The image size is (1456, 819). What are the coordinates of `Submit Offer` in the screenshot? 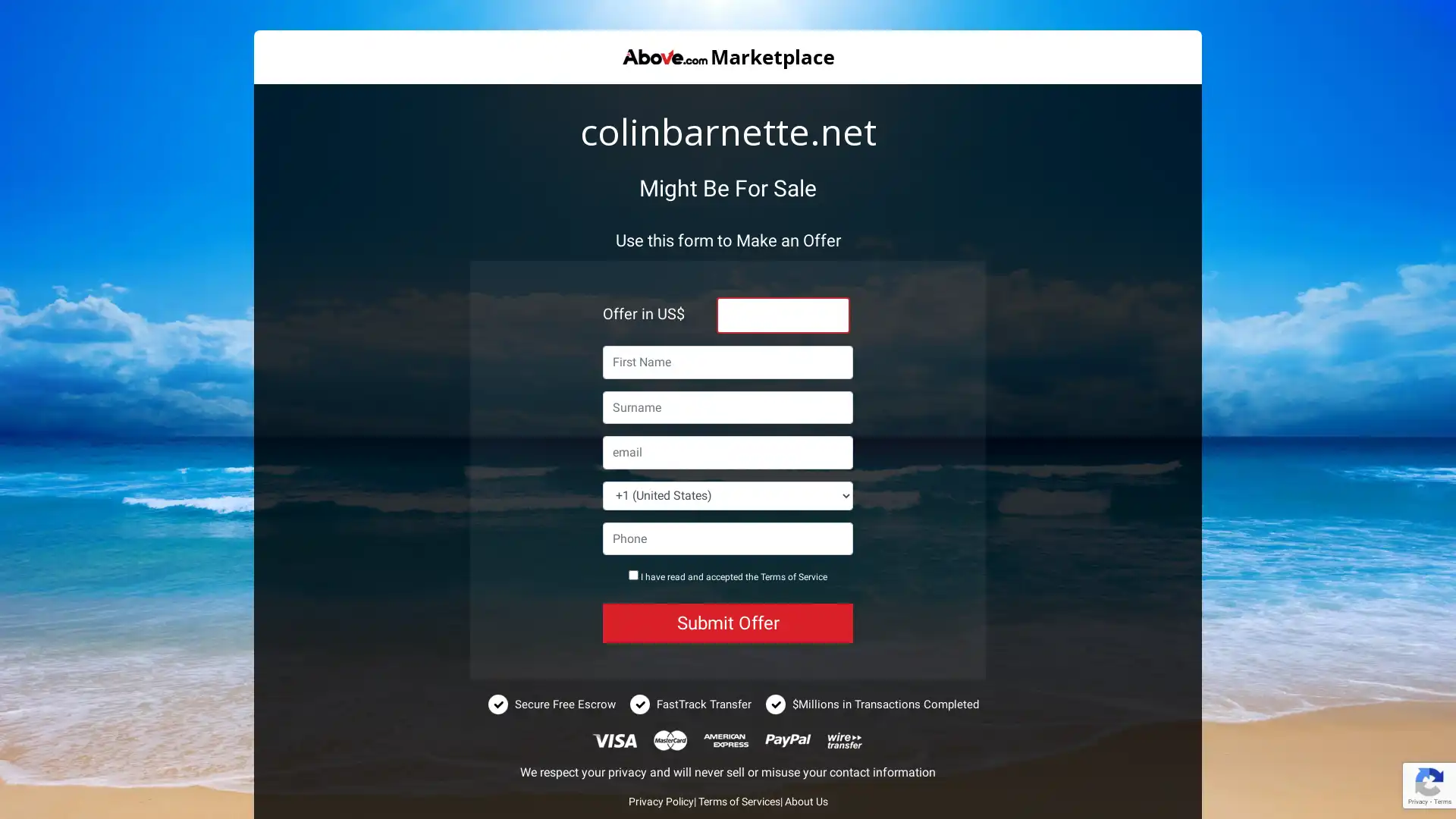 It's located at (728, 623).